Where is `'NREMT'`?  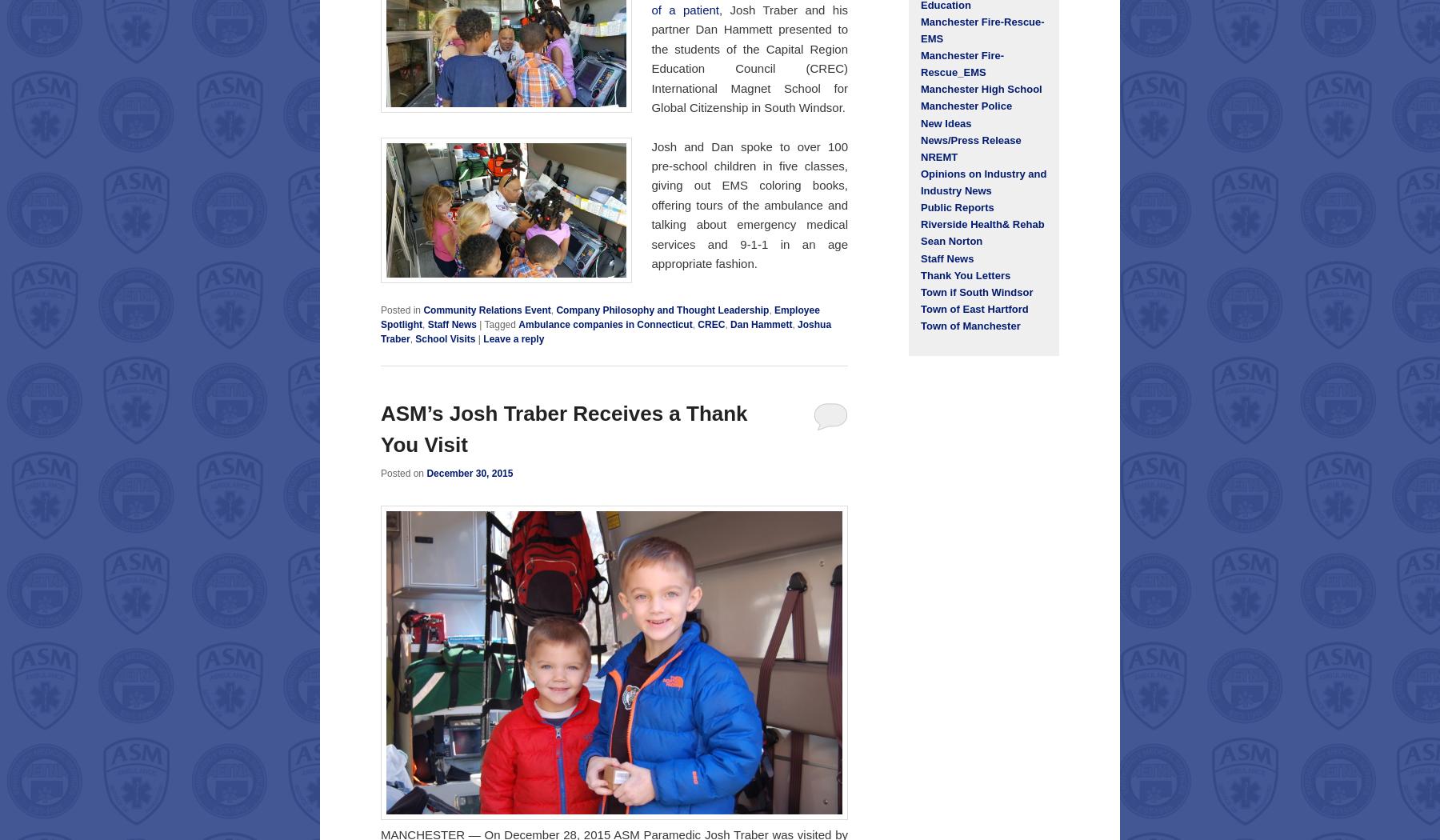
'NREMT' is located at coordinates (919, 155).